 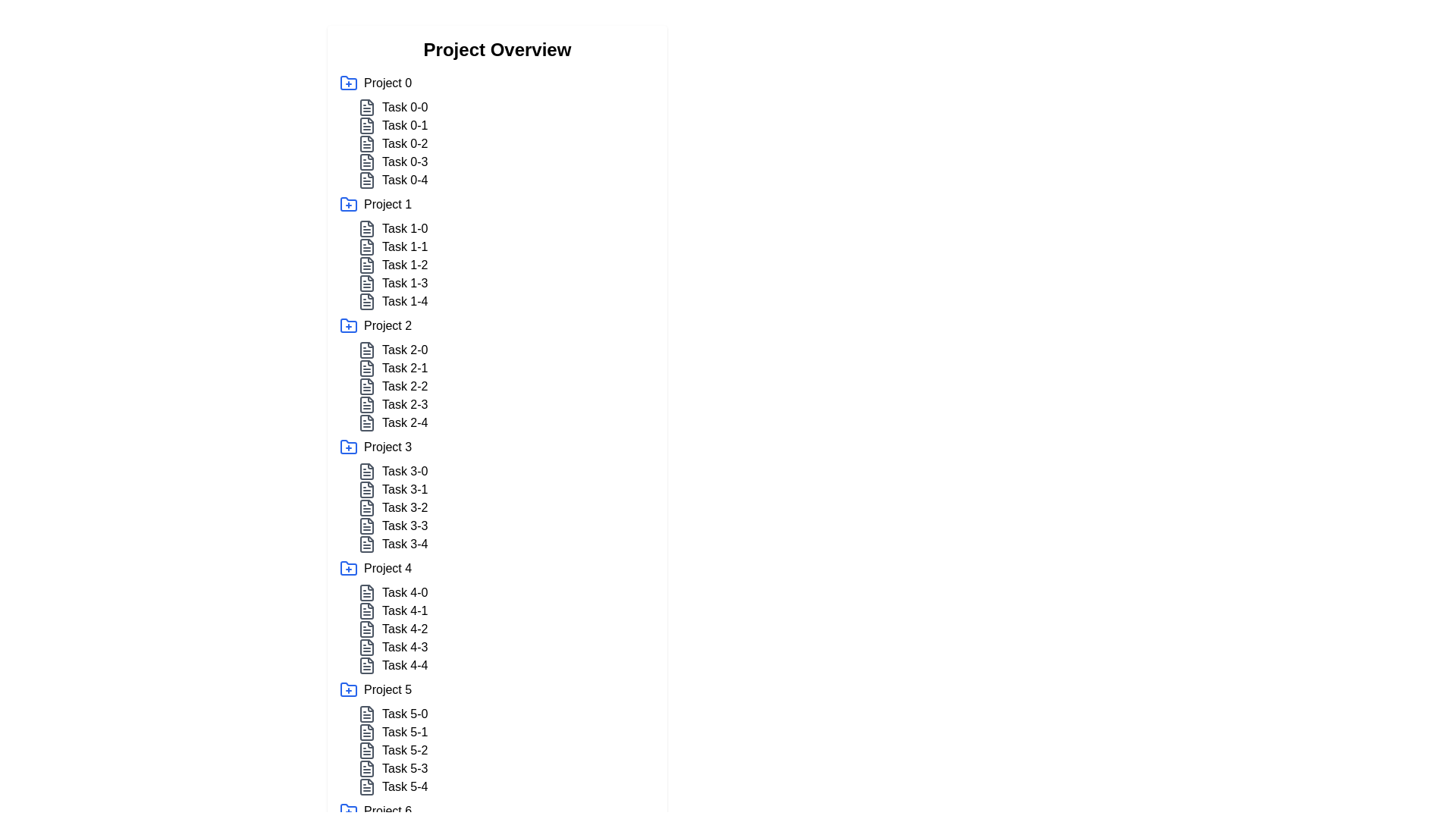 What do you see at coordinates (506, 786) in the screenshot?
I see `the List Item labeled 'Task 5-4'` at bounding box center [506, 786].